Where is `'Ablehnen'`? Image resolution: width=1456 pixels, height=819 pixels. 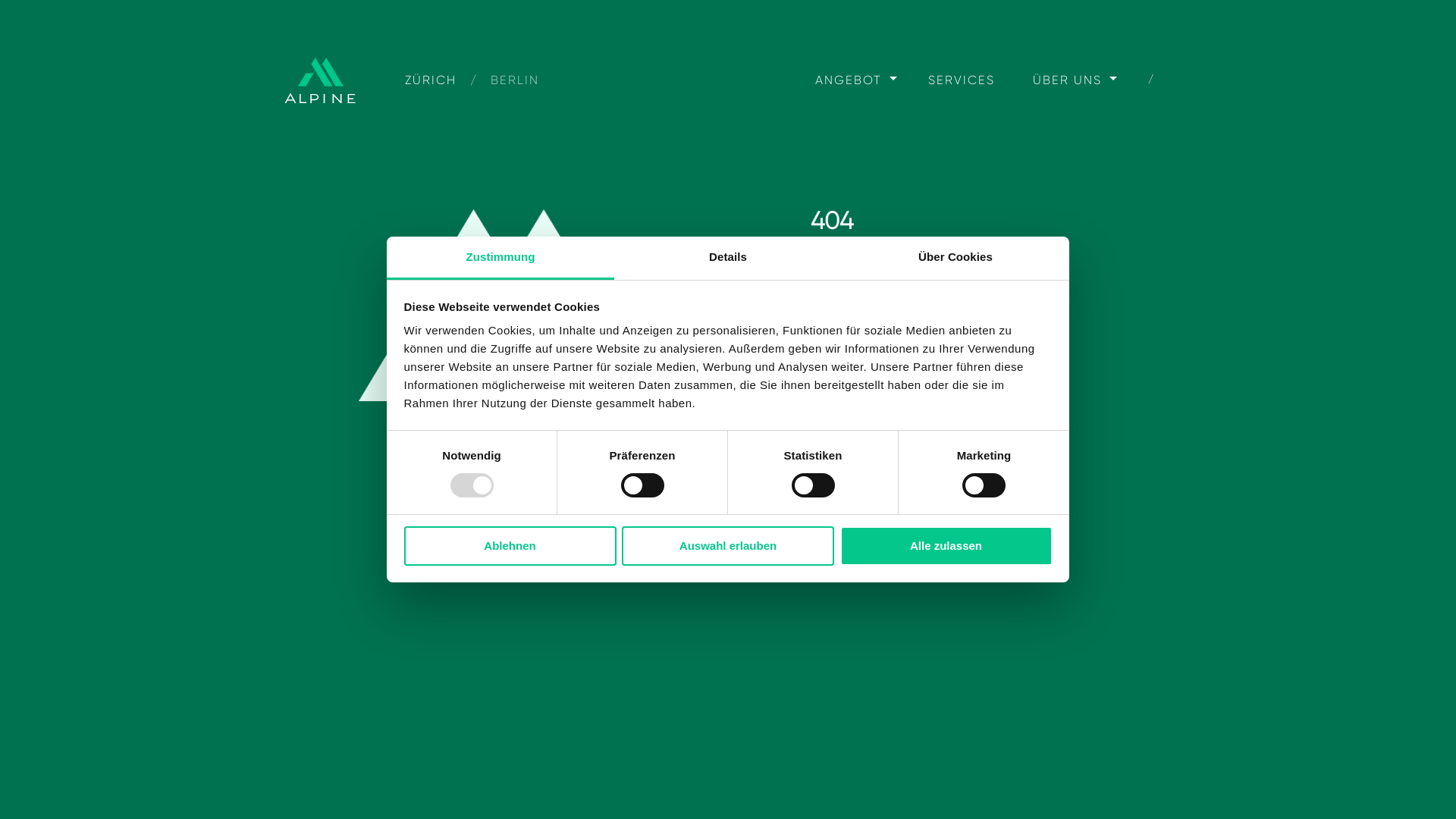 'Ablehnen' is located at coordinates (510, 544).